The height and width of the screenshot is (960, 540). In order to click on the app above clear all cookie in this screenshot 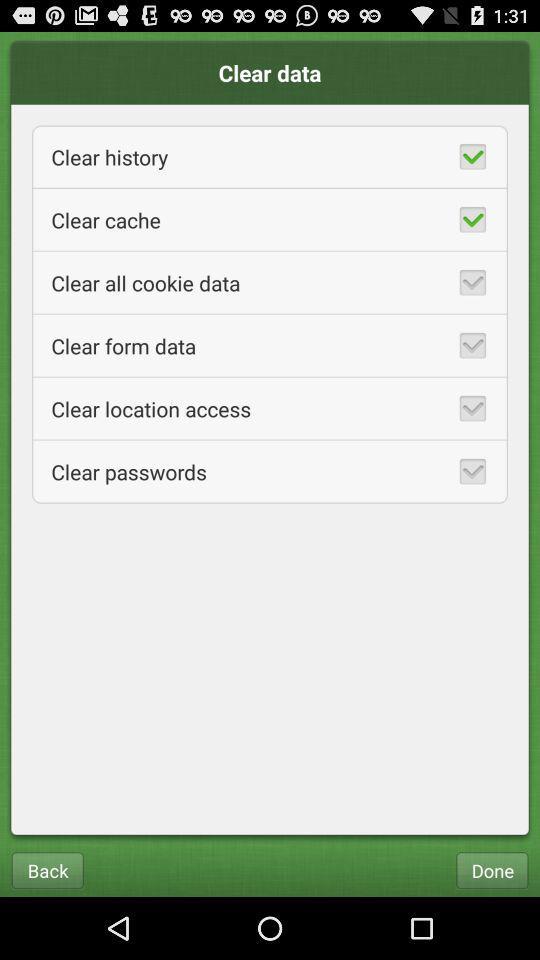, I will do `click(270, 219)`.